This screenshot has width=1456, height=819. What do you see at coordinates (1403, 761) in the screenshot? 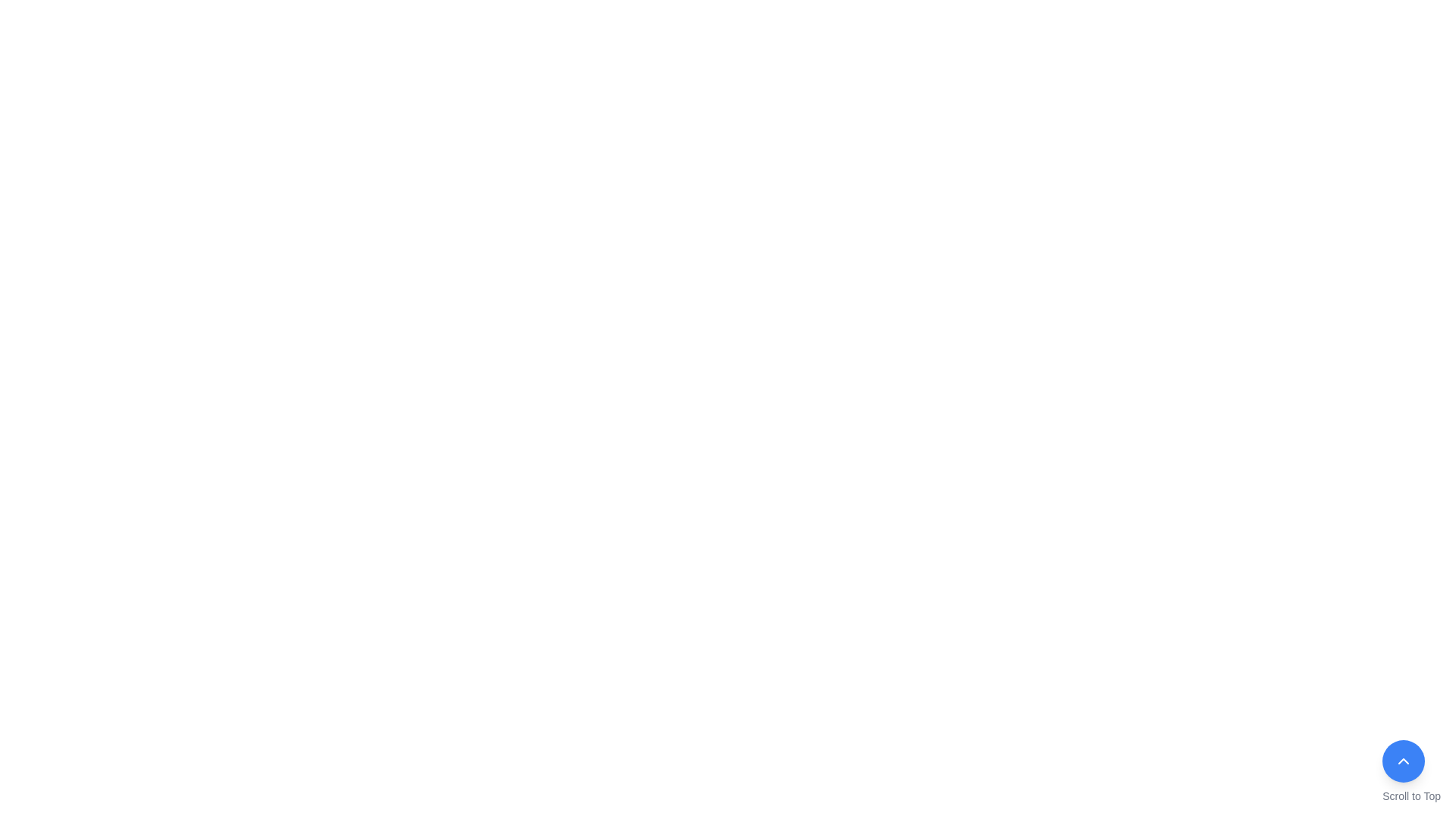
I see `the upward-pointing chevron icon, which is a small triangle outlined in white on a blue circular background, located centrally within the button in the bottom-right corner of the interface` at bounding box center [1403, 761].